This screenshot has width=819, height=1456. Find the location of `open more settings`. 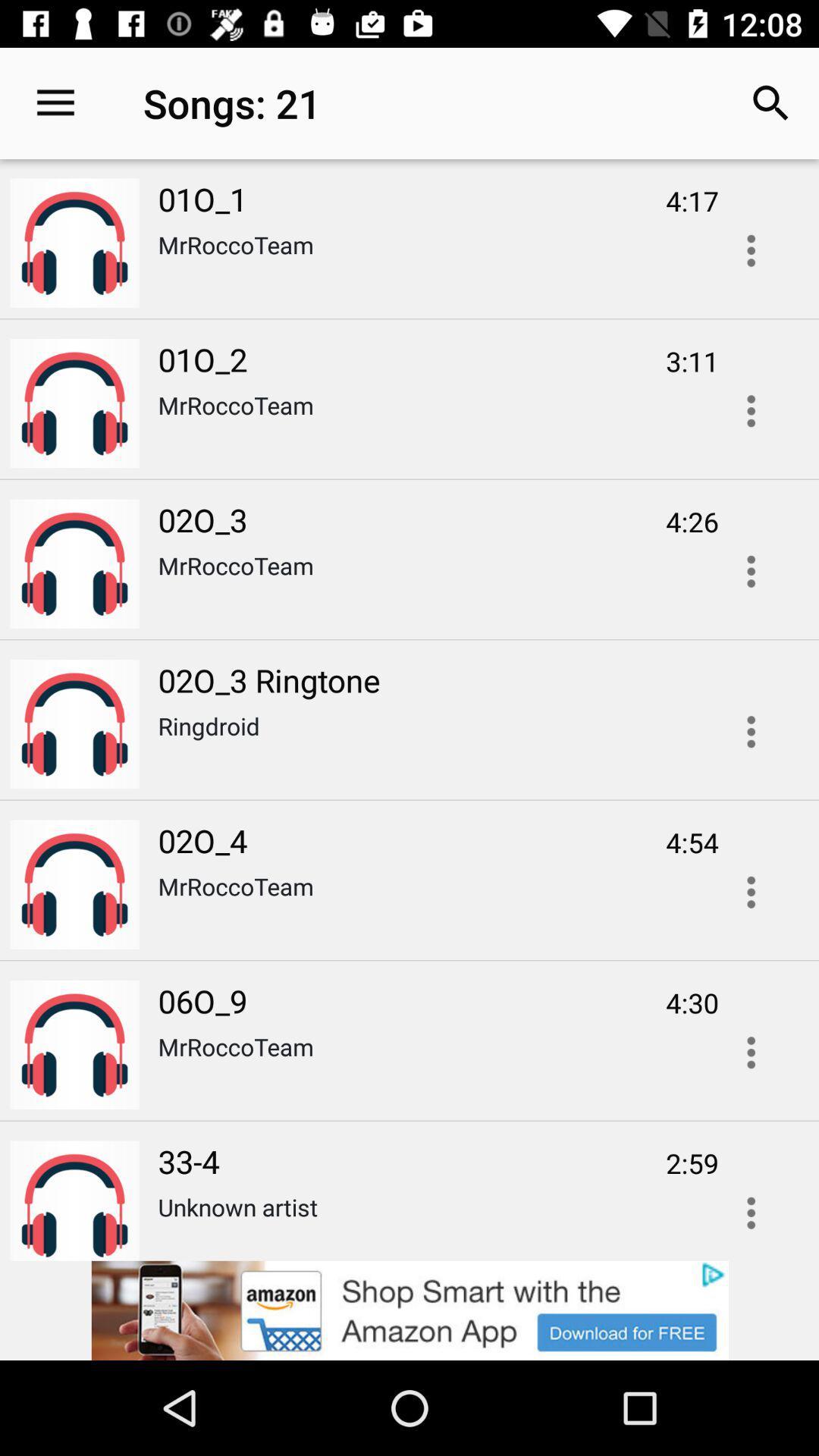

open more settings is located at coordinates (751, 570).